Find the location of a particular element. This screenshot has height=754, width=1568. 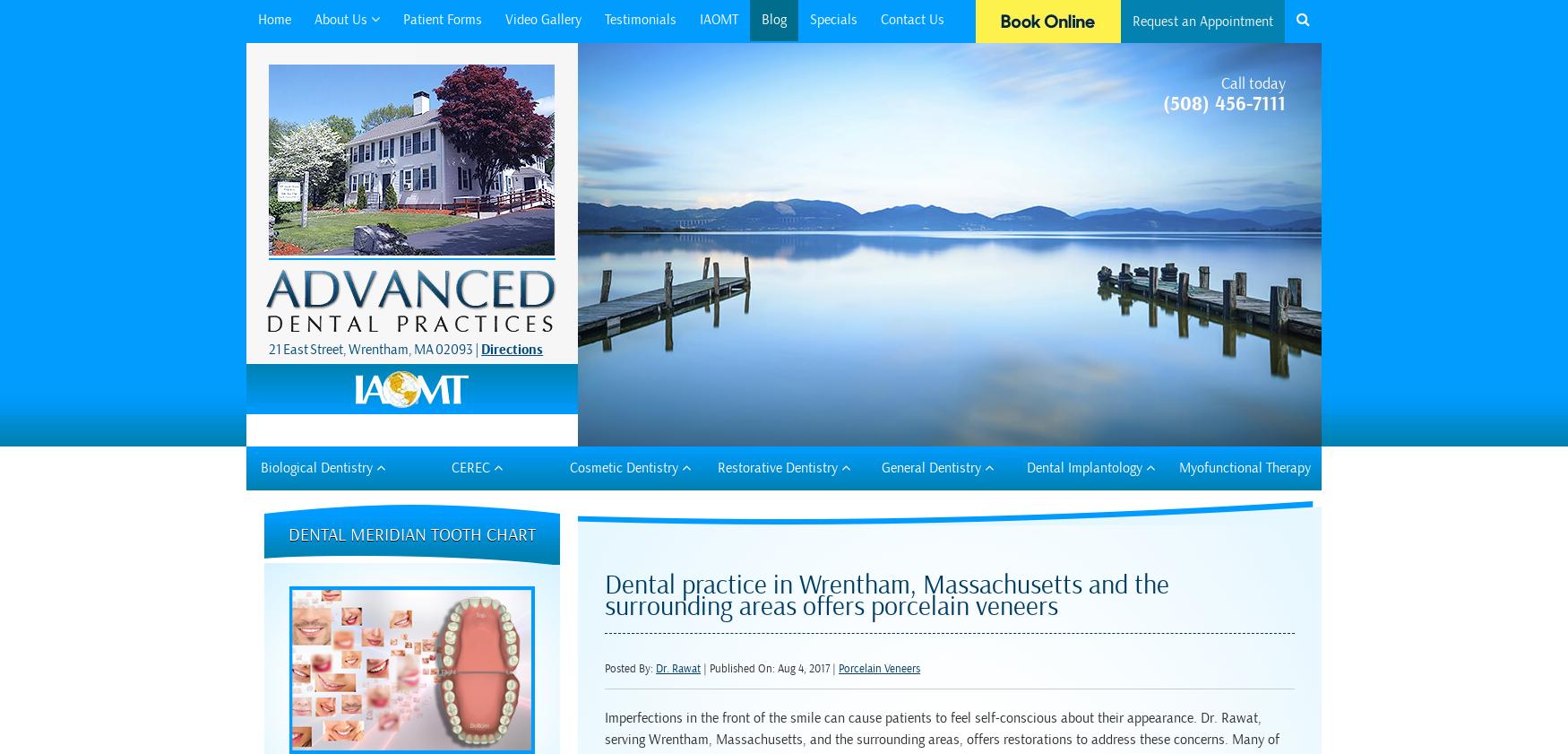

'Restorative Dentistry' is located at coordinates (715, 466).